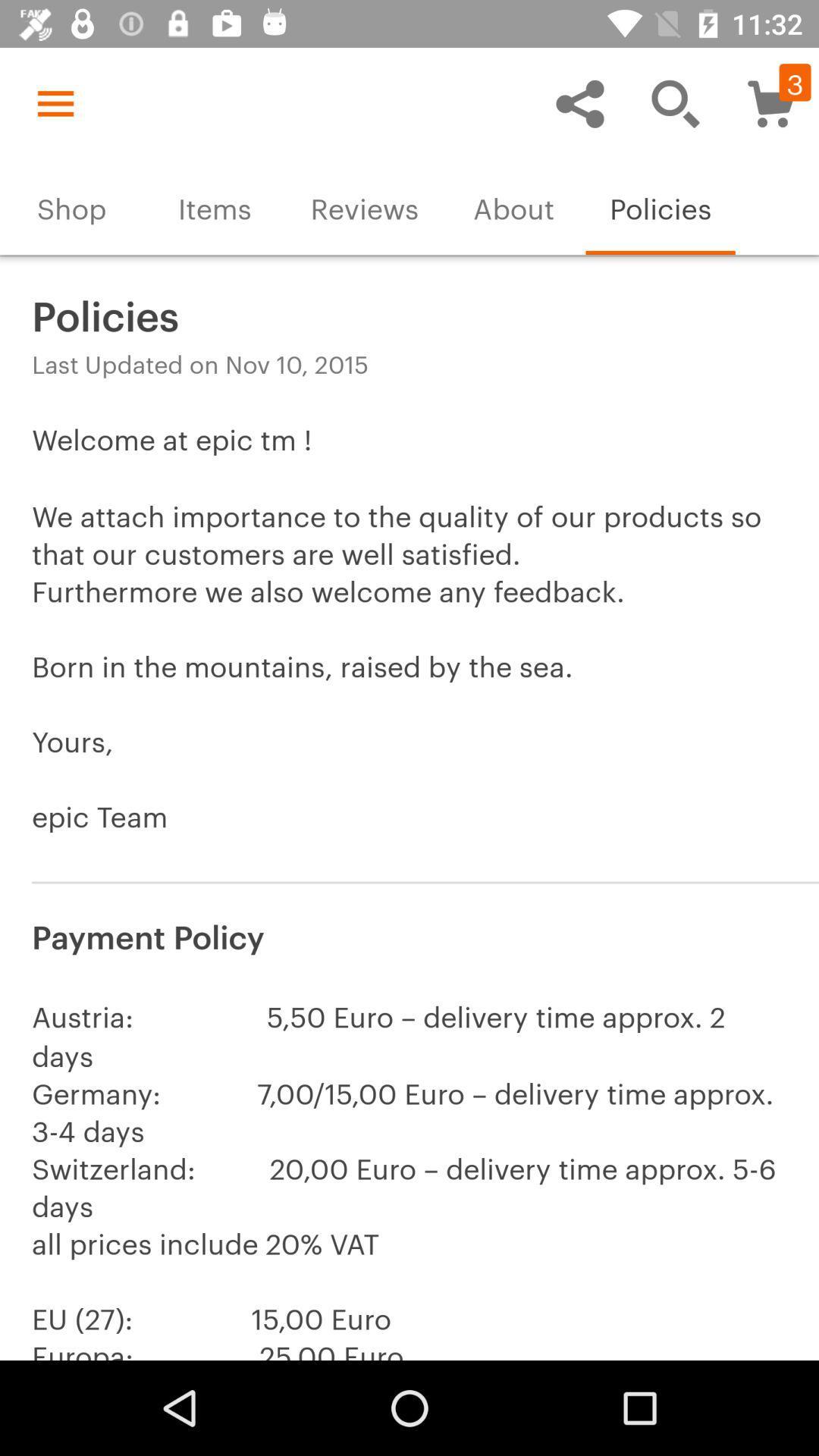 The width and height of the screenshot is (819, 1456). I want to click on the payment policy item, so click(409, 934).